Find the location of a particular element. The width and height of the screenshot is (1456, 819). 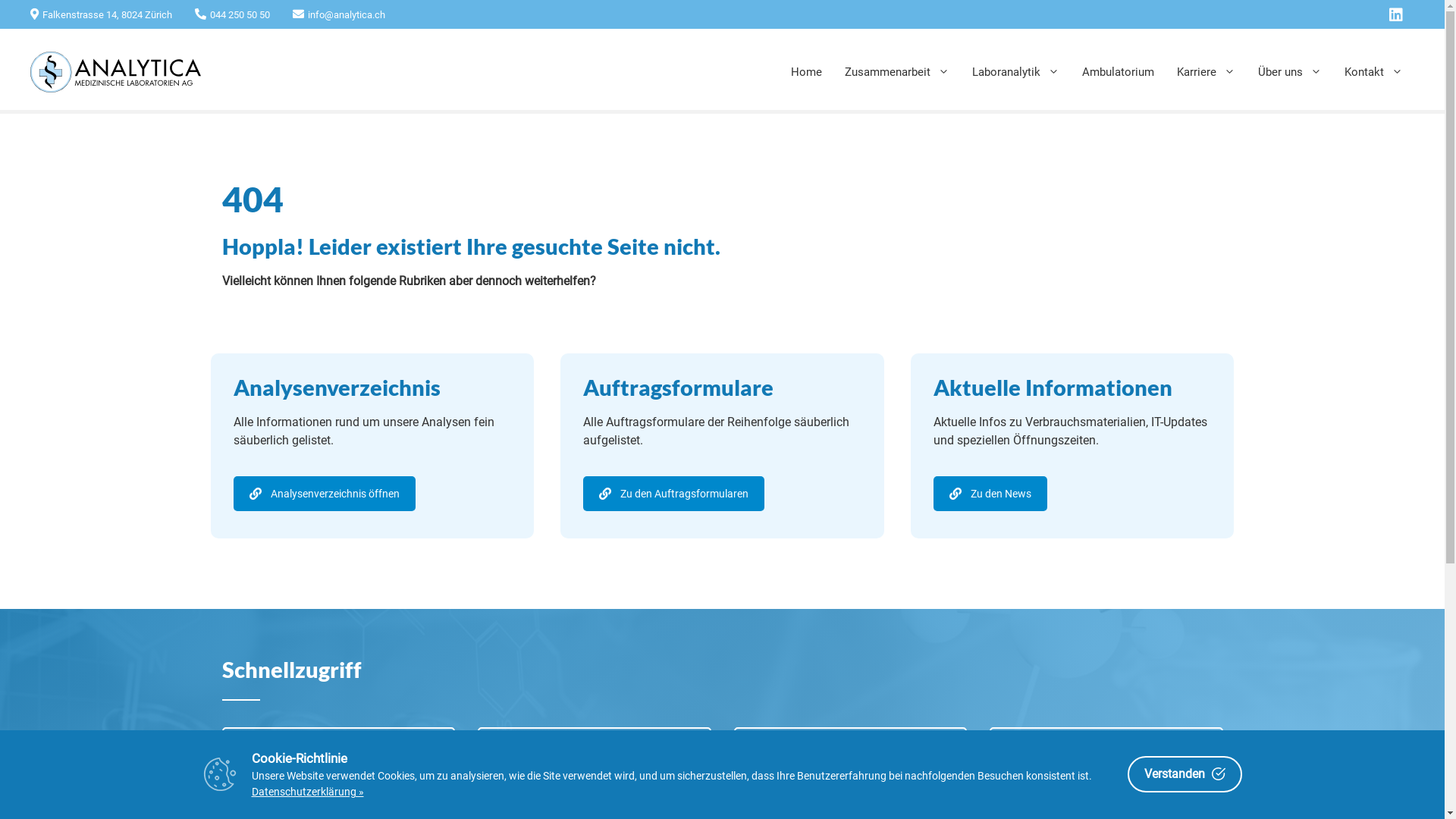

'info@analytica.ch' is located at coordinates (337, 14).